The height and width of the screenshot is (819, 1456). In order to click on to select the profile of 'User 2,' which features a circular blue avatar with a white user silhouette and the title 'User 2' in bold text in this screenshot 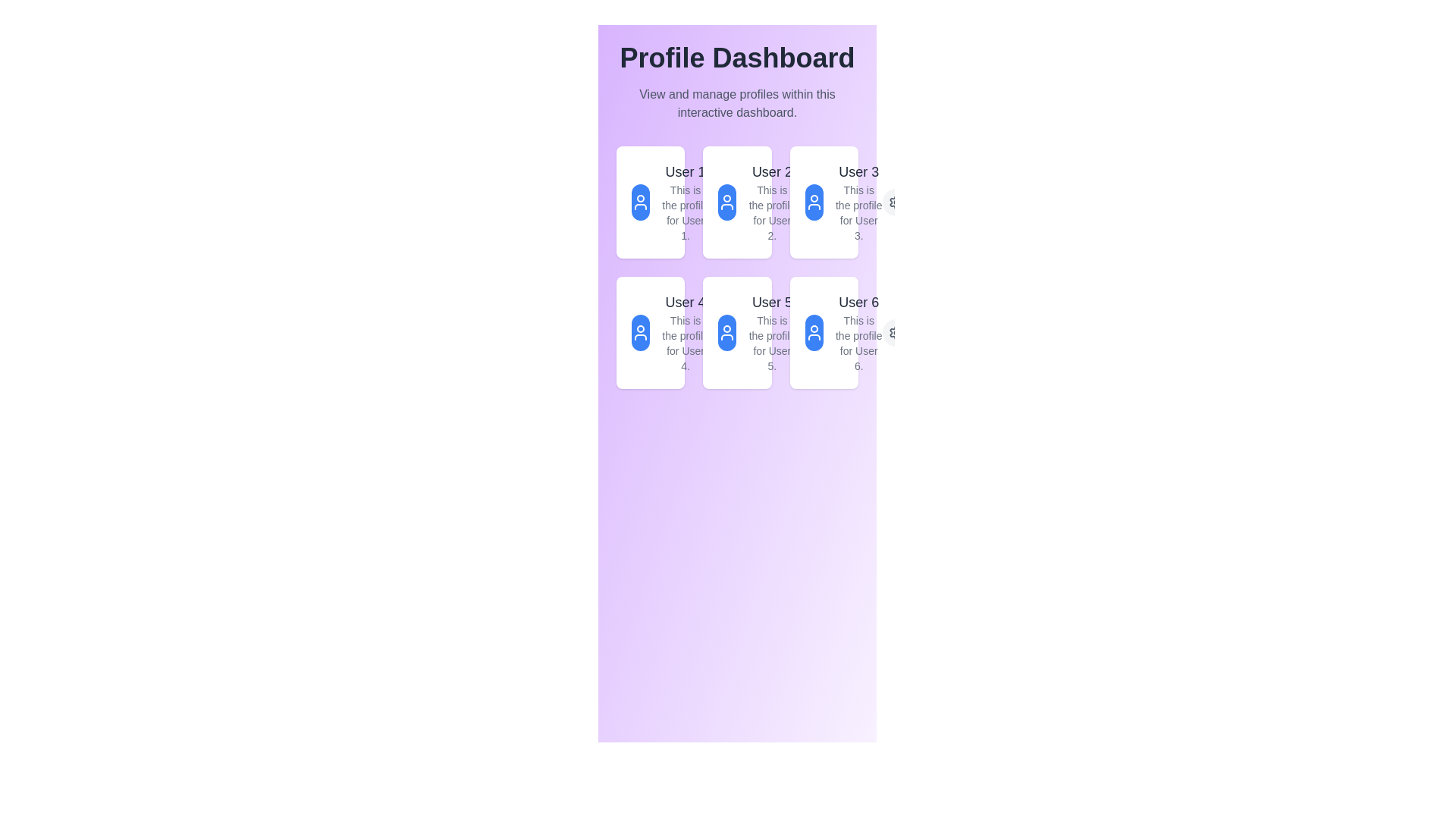, I will do `click(757, 201)`.